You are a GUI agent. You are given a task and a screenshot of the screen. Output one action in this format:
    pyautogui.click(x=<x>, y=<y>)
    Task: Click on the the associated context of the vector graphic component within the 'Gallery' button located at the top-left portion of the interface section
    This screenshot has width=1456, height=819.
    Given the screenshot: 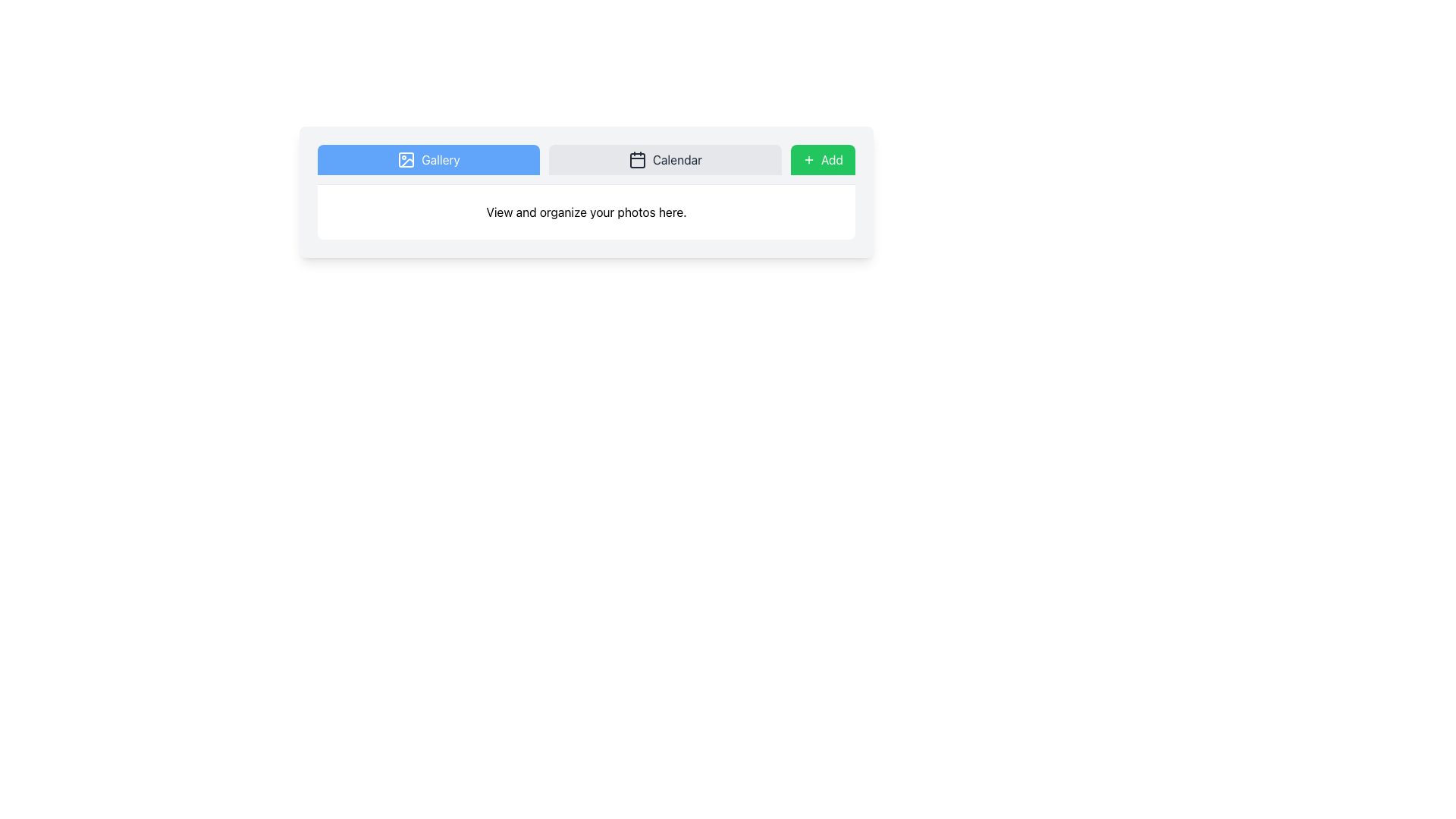 What is the action you would take?
    pyautogui.click(x=407, y=163)
    